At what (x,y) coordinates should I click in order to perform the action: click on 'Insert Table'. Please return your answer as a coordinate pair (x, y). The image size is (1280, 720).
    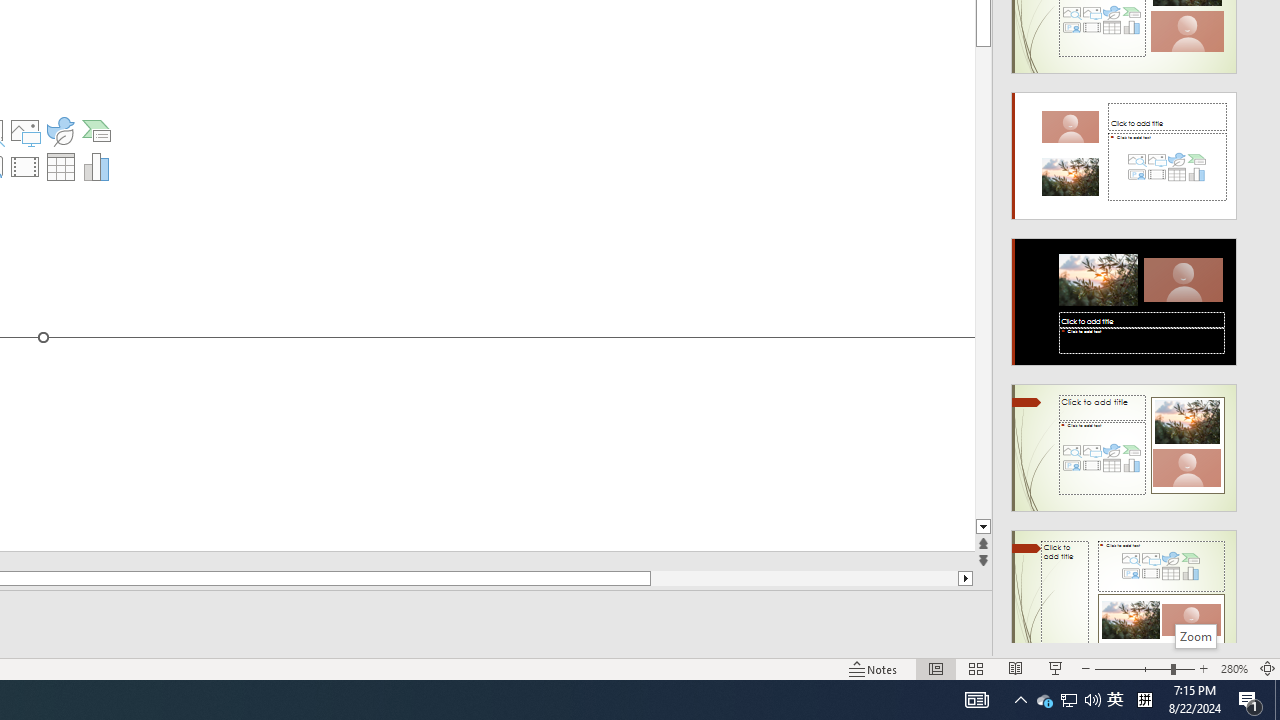
    Looking at the image, I should click on (60, 166).